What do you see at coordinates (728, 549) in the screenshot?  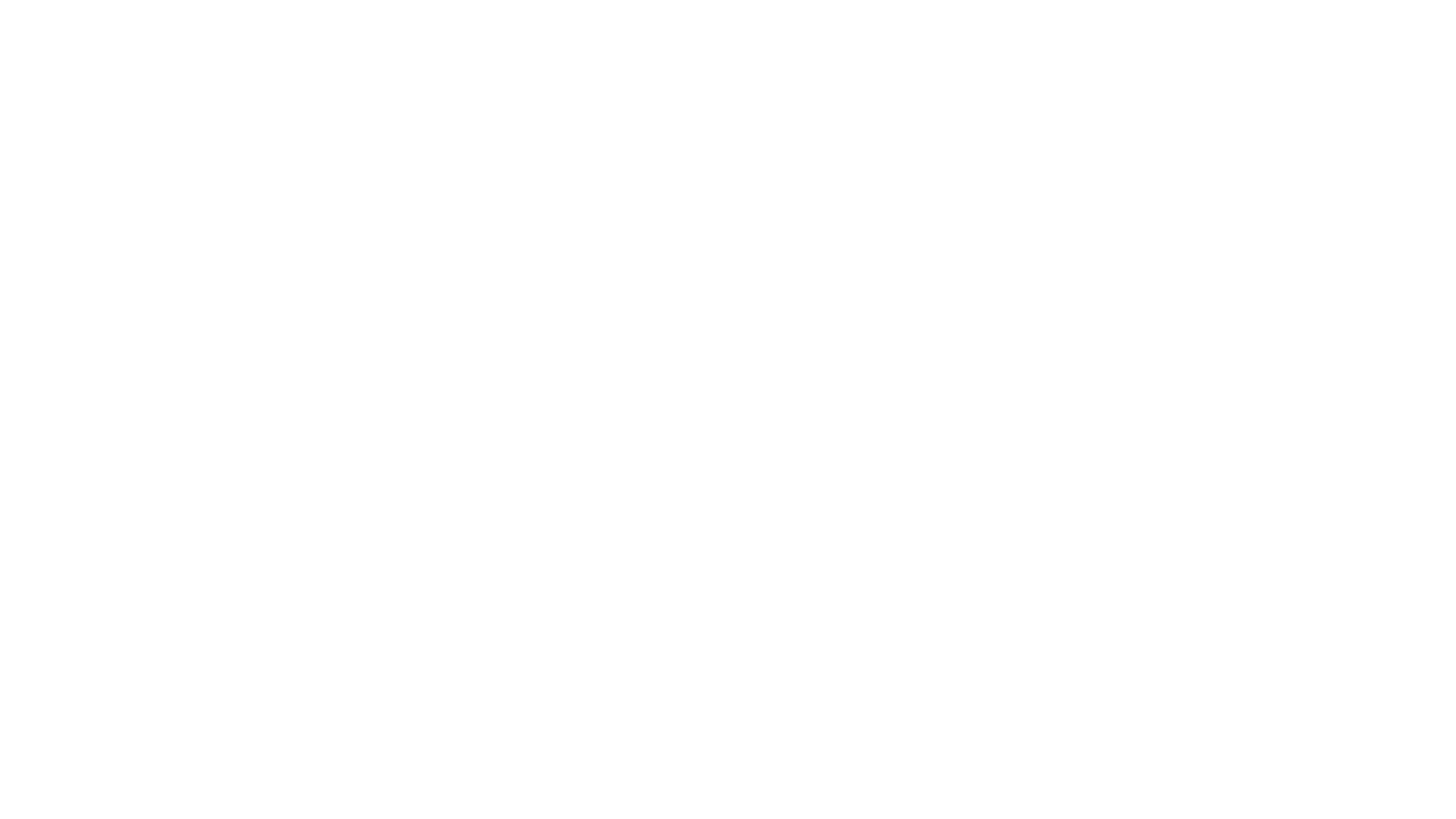 I see `Contact Us` at bounding box center [728, 549].